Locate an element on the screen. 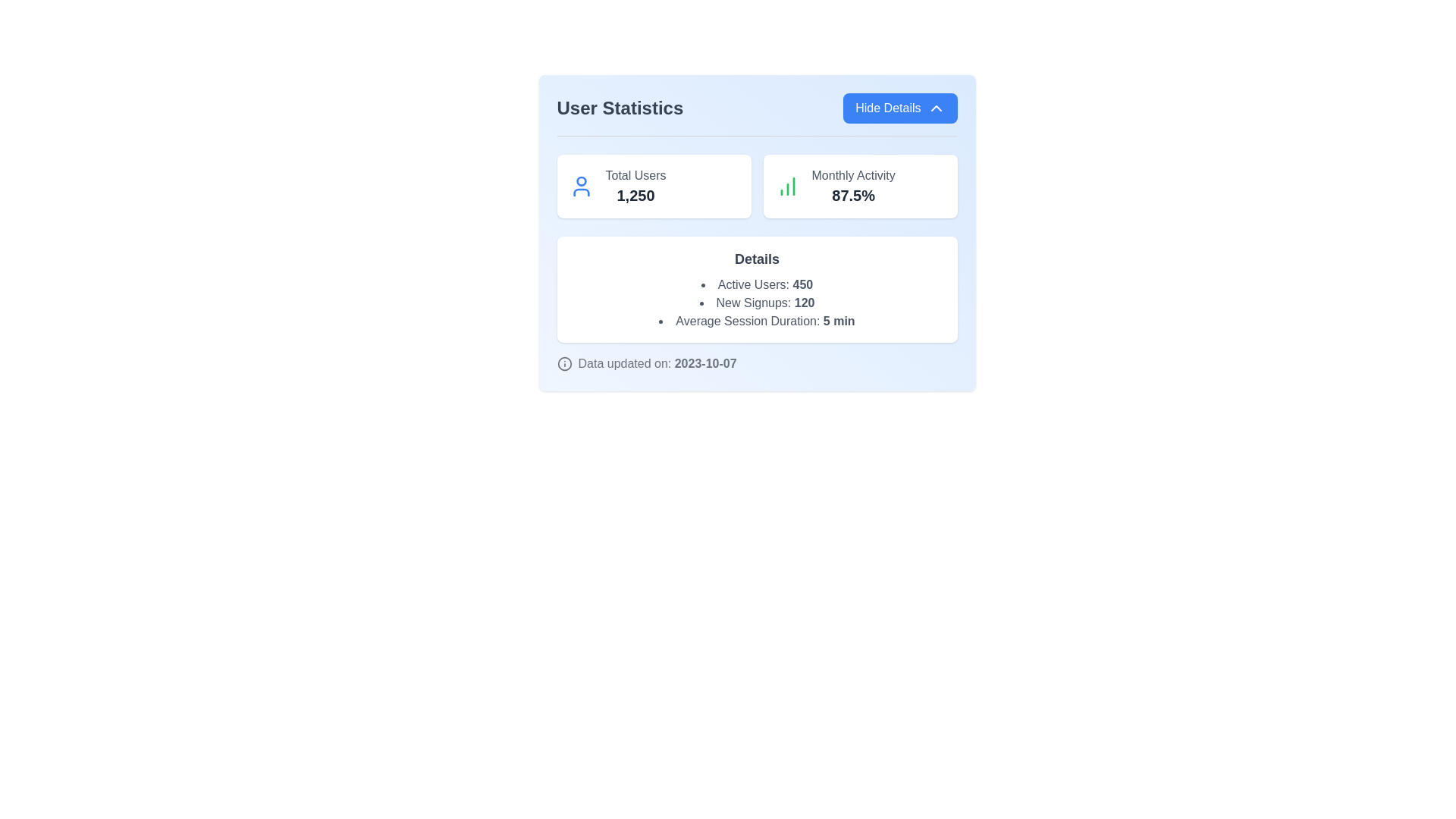 This screenshot has width=1456, height=819. the static text label displaying the date of the last data update, located in the footer section of the 'User Statistics' card, to the right of 'Data updated on:' is located at coordinates (704, 363).